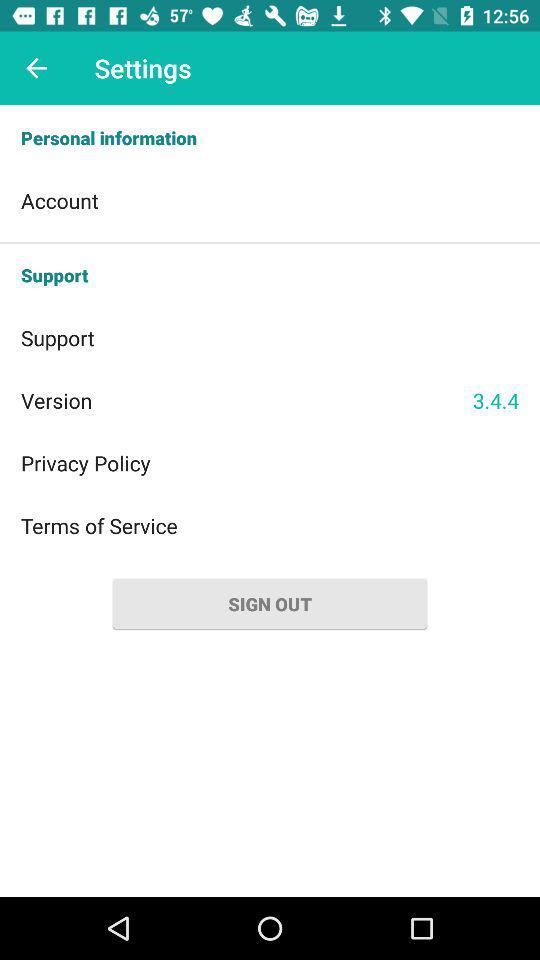 Image resolution: width=540 pixels, height=960 pixels. Describe the element at coordinates (270, 463) in the screenshot. I see `the icon above terms of service item` at that location.